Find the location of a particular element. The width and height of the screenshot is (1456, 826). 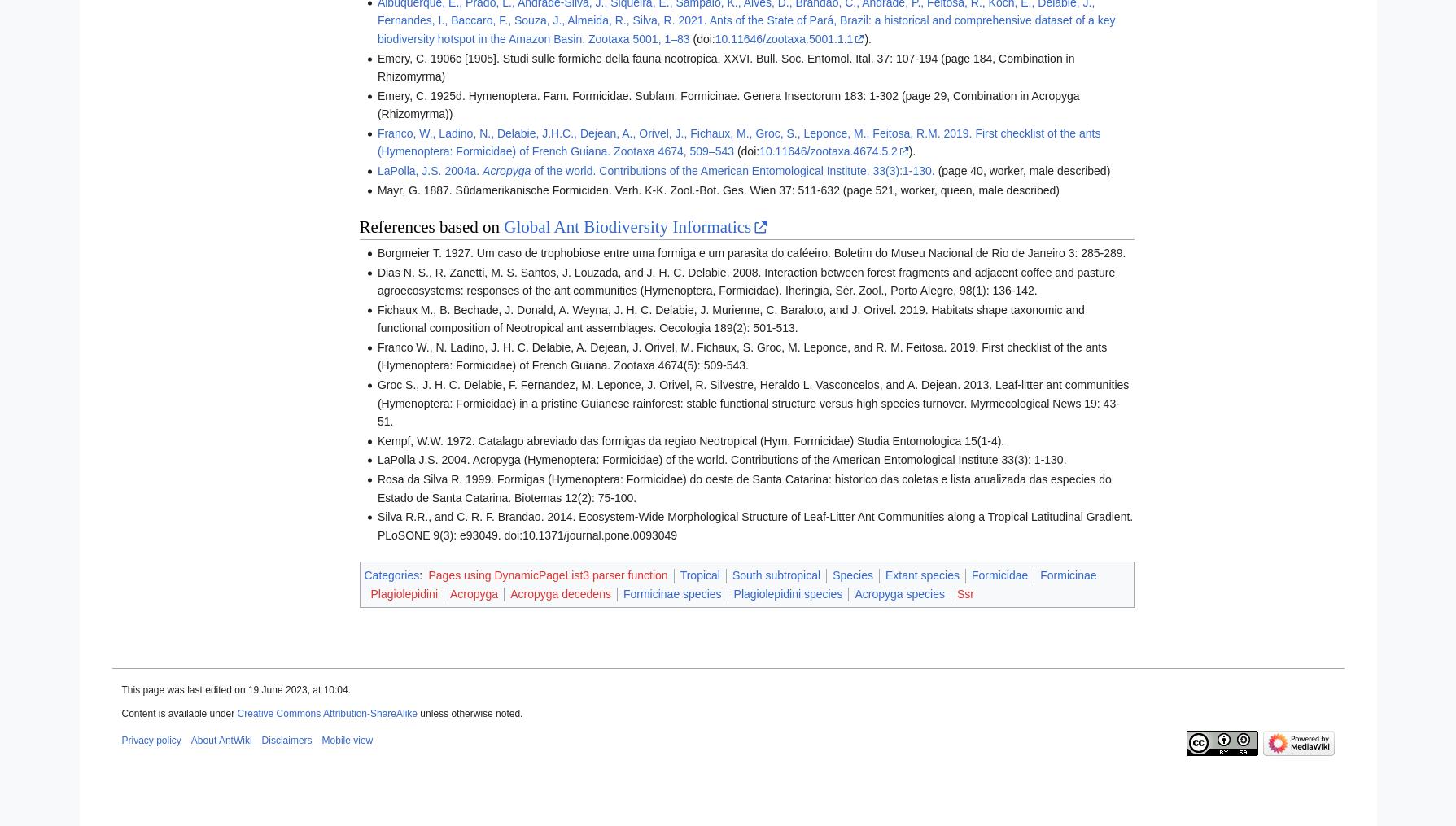

'Rosa da Silva R. 1999. Formigas (Hymenoptera: Formicidae) do oeste de Santa Catarina: historico das coletas e lista atualizada das especies do Estado de Santa Catarina. Biotemas 12(2): 75-100.' is located at coordinates (743, 487).